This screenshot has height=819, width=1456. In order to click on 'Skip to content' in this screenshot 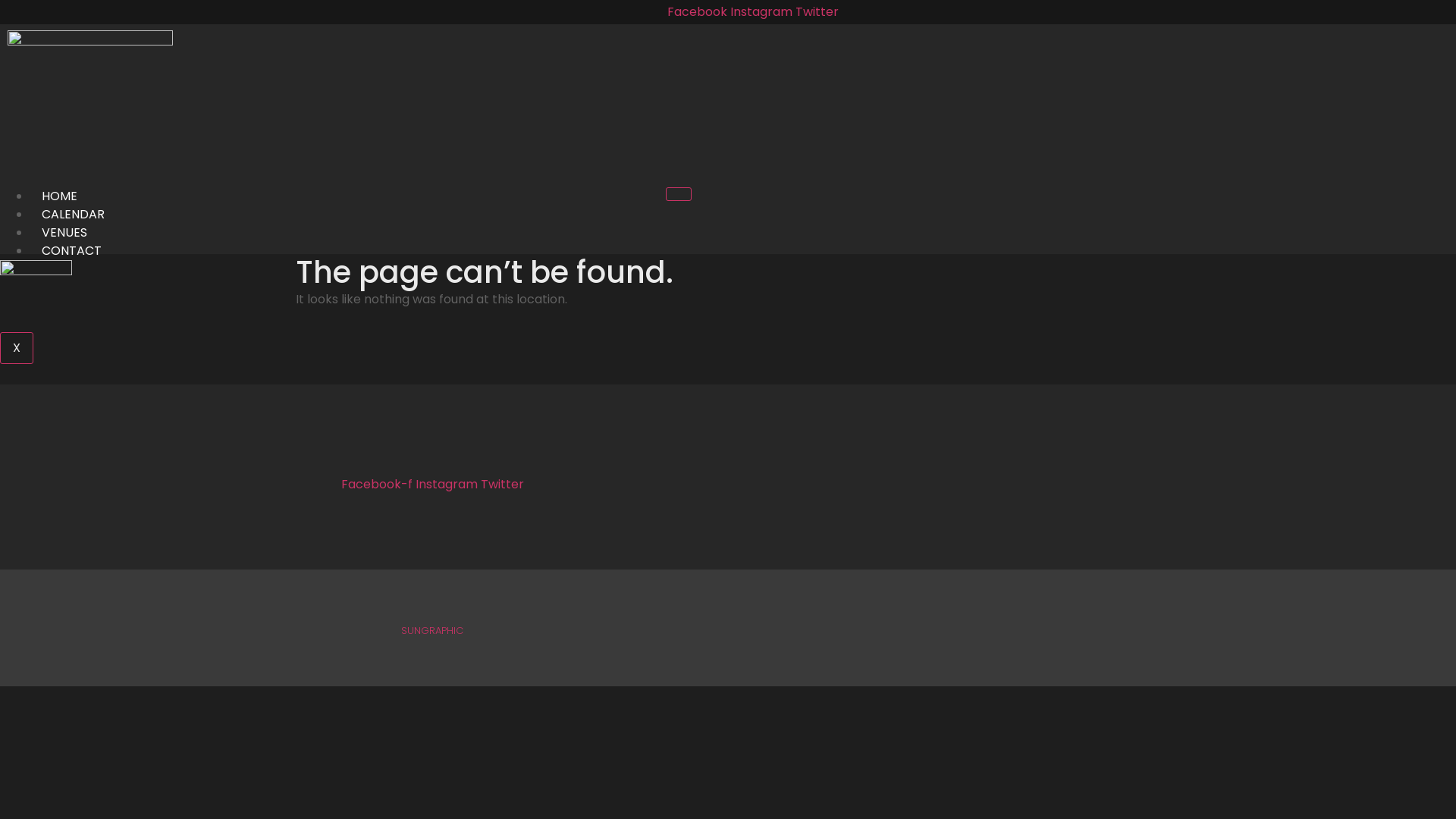, I will do `click(0, 0)`.